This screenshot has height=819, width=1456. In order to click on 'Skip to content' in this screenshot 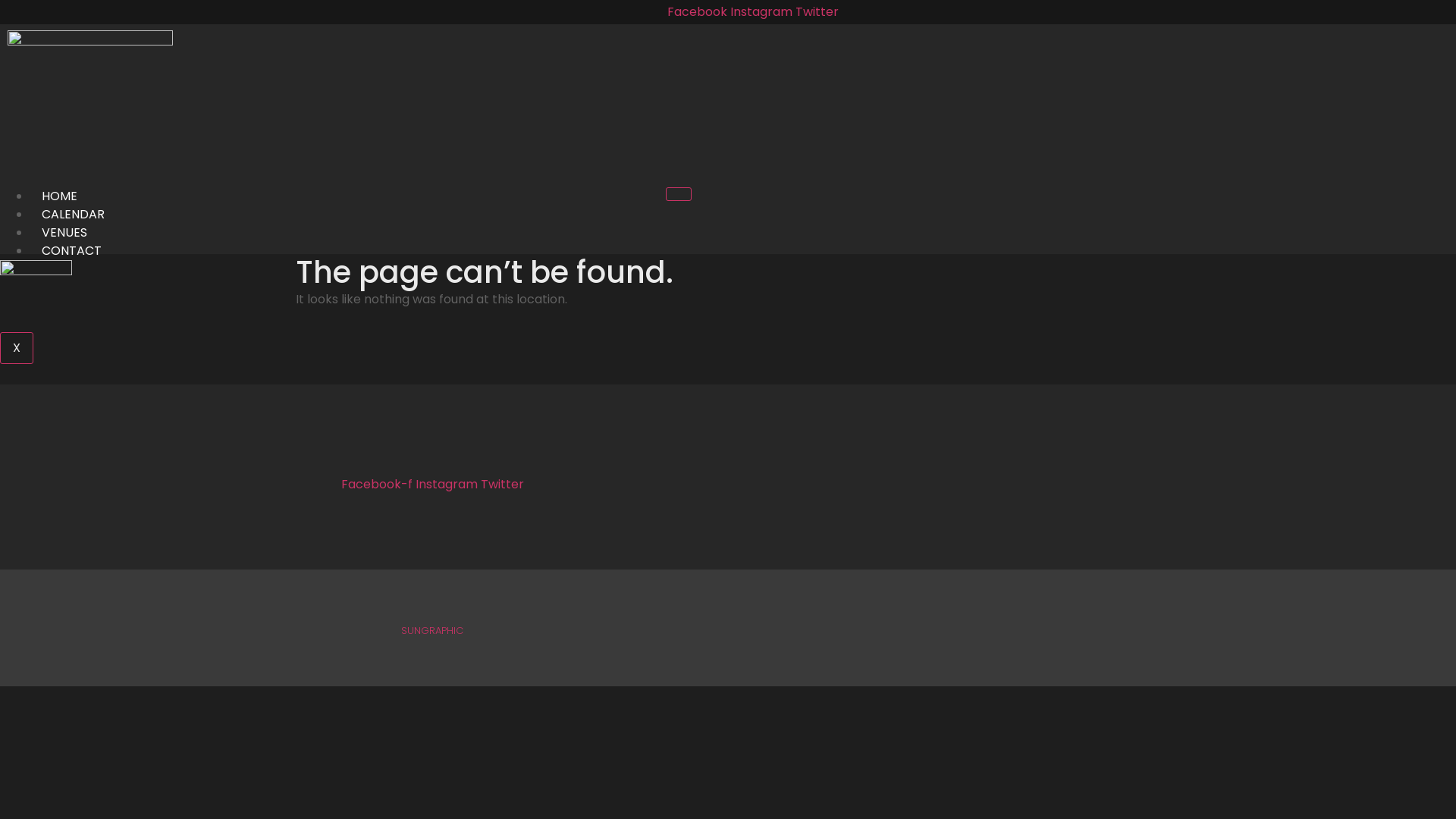, I will do `click(0, 0)`.